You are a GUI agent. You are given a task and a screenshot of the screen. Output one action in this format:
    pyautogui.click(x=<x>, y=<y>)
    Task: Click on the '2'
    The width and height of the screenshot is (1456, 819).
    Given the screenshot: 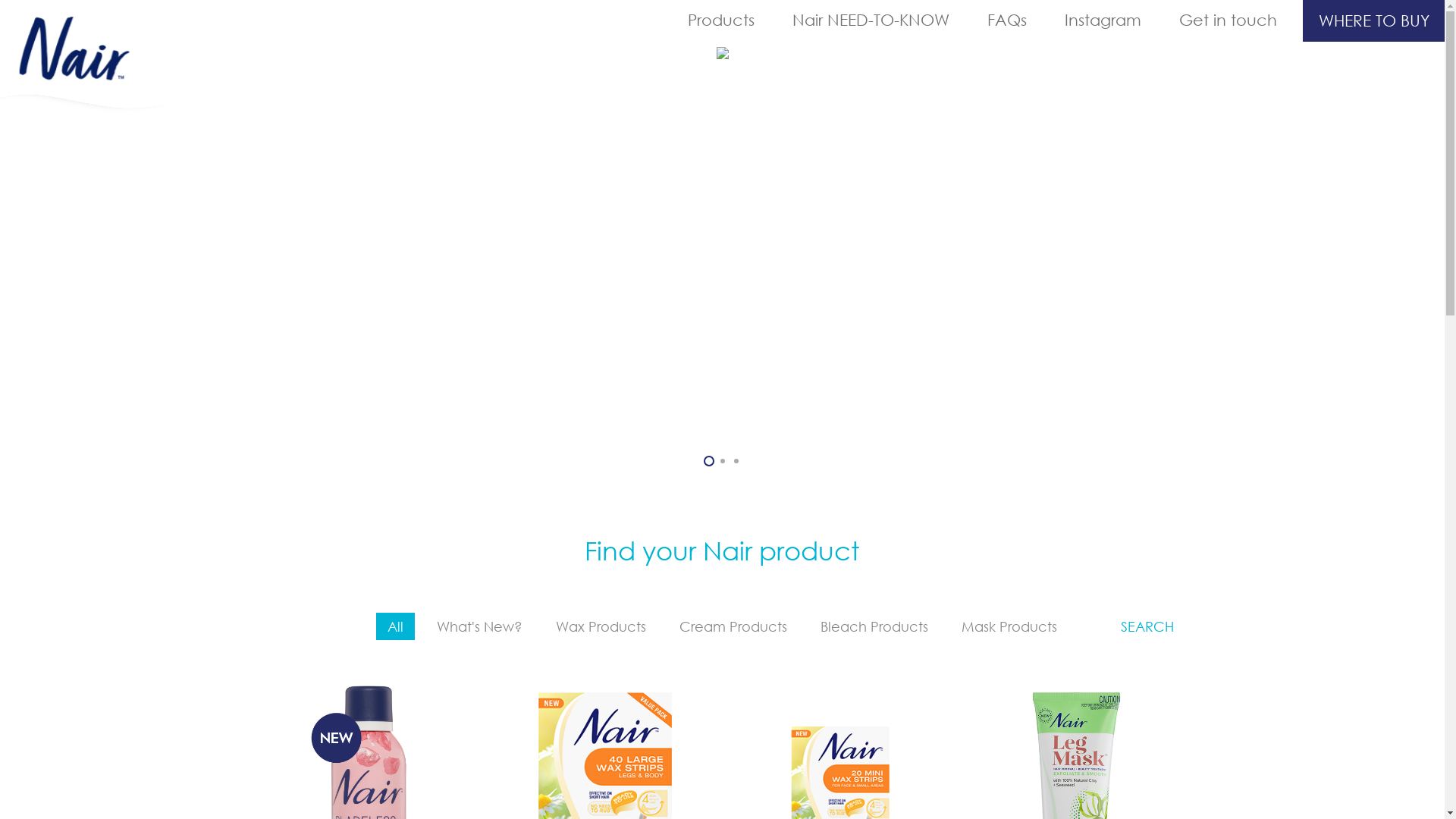 What is the action you would take?
    pyautogui.click(x=722, y=460)
    